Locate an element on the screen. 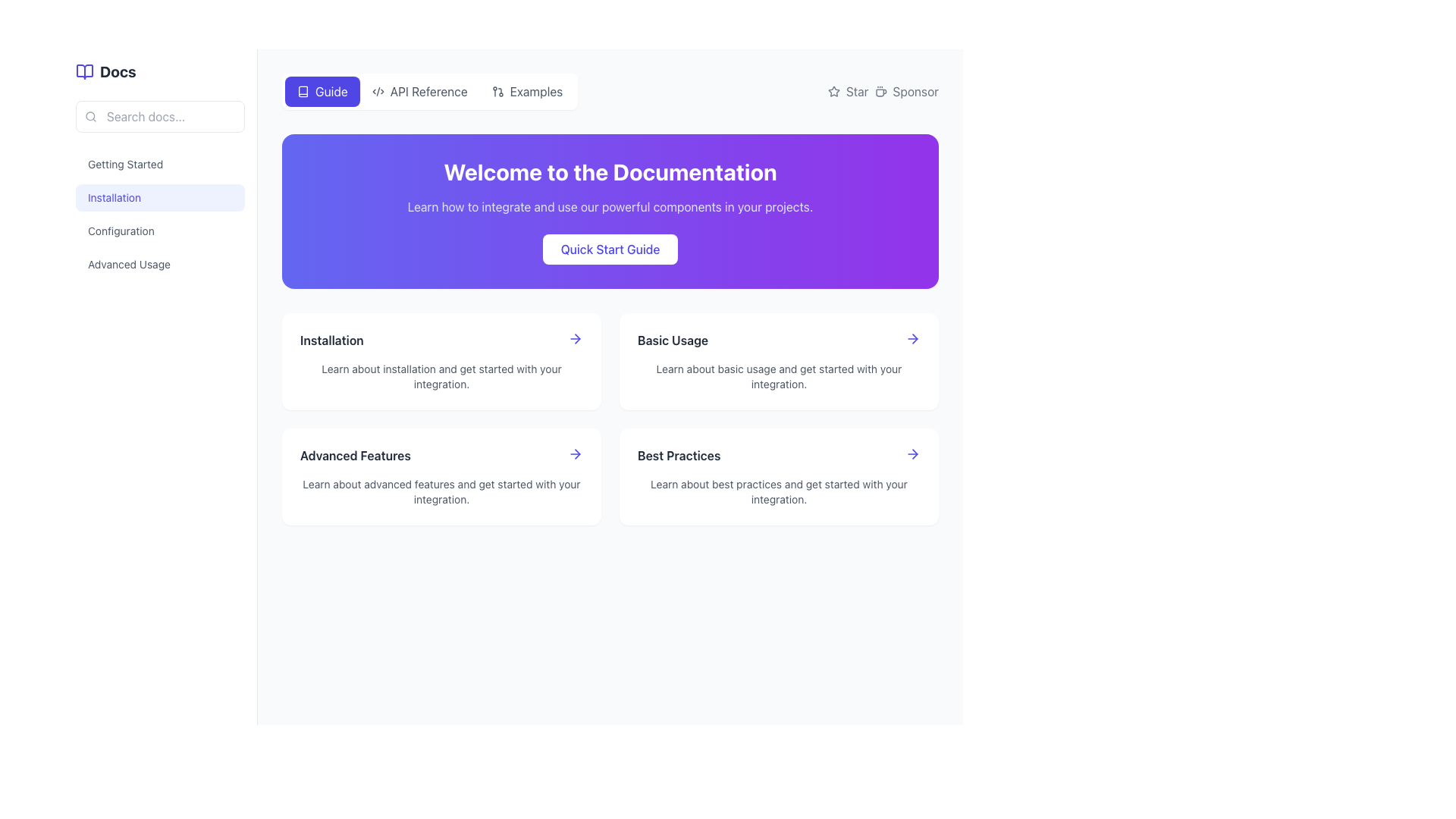  'Examples' button located in the top navigation bar, which is the rightmost button among three, for further development details is located at coordinates (527, 91).